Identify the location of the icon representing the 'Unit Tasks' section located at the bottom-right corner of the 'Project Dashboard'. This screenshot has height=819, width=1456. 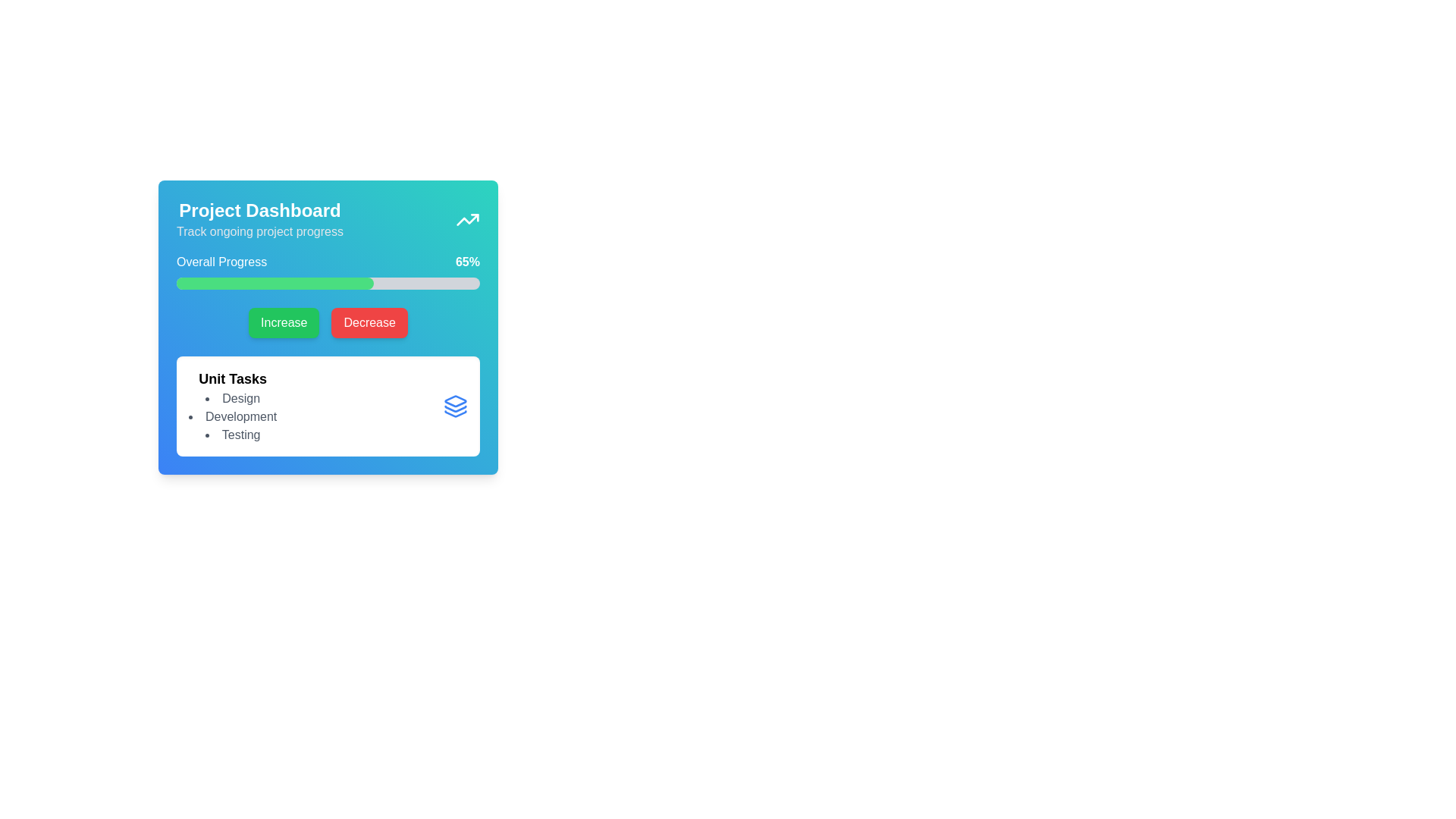
(454, 406).